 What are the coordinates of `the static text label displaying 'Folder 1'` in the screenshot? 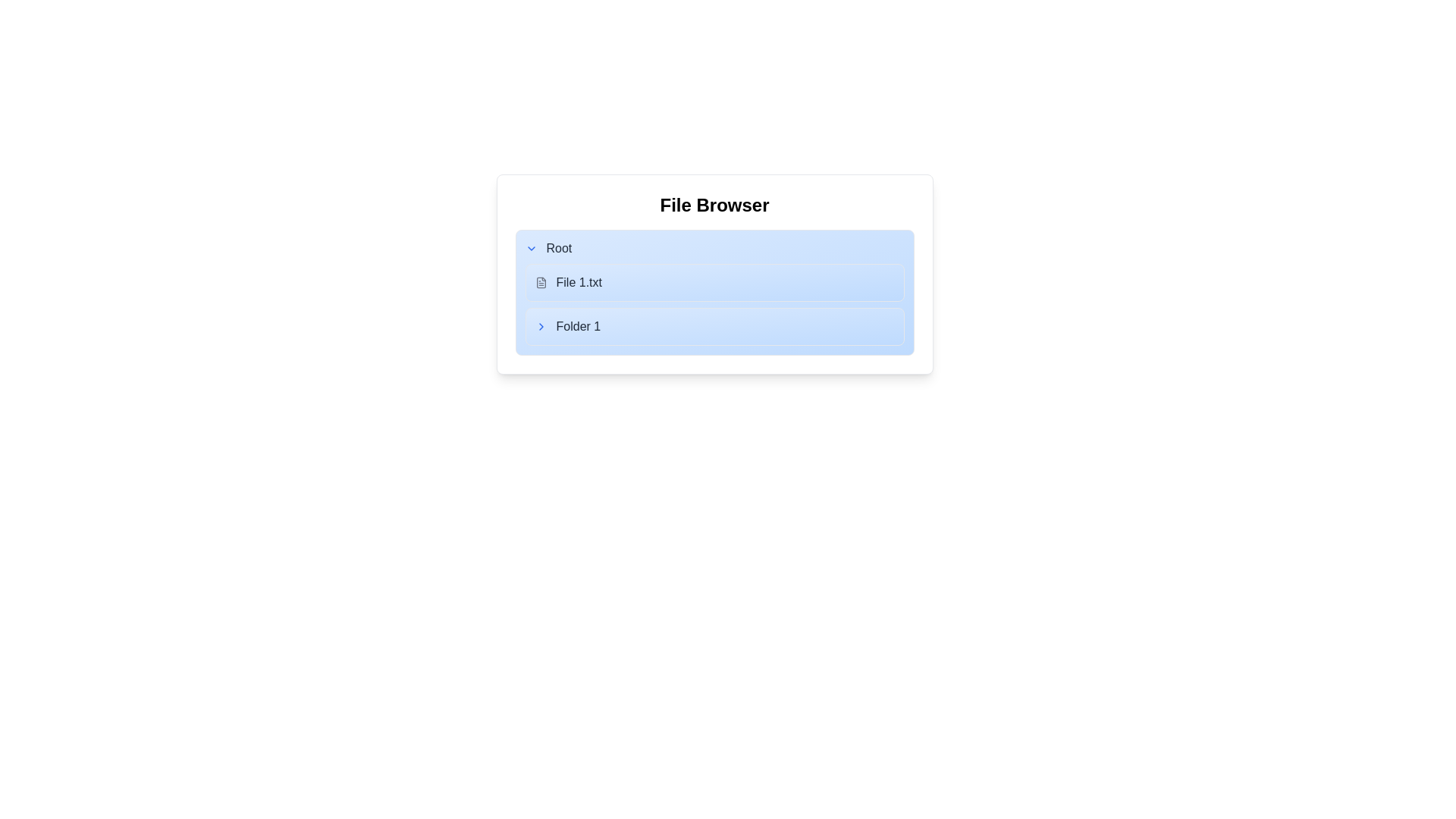 It's located at (577, 326).